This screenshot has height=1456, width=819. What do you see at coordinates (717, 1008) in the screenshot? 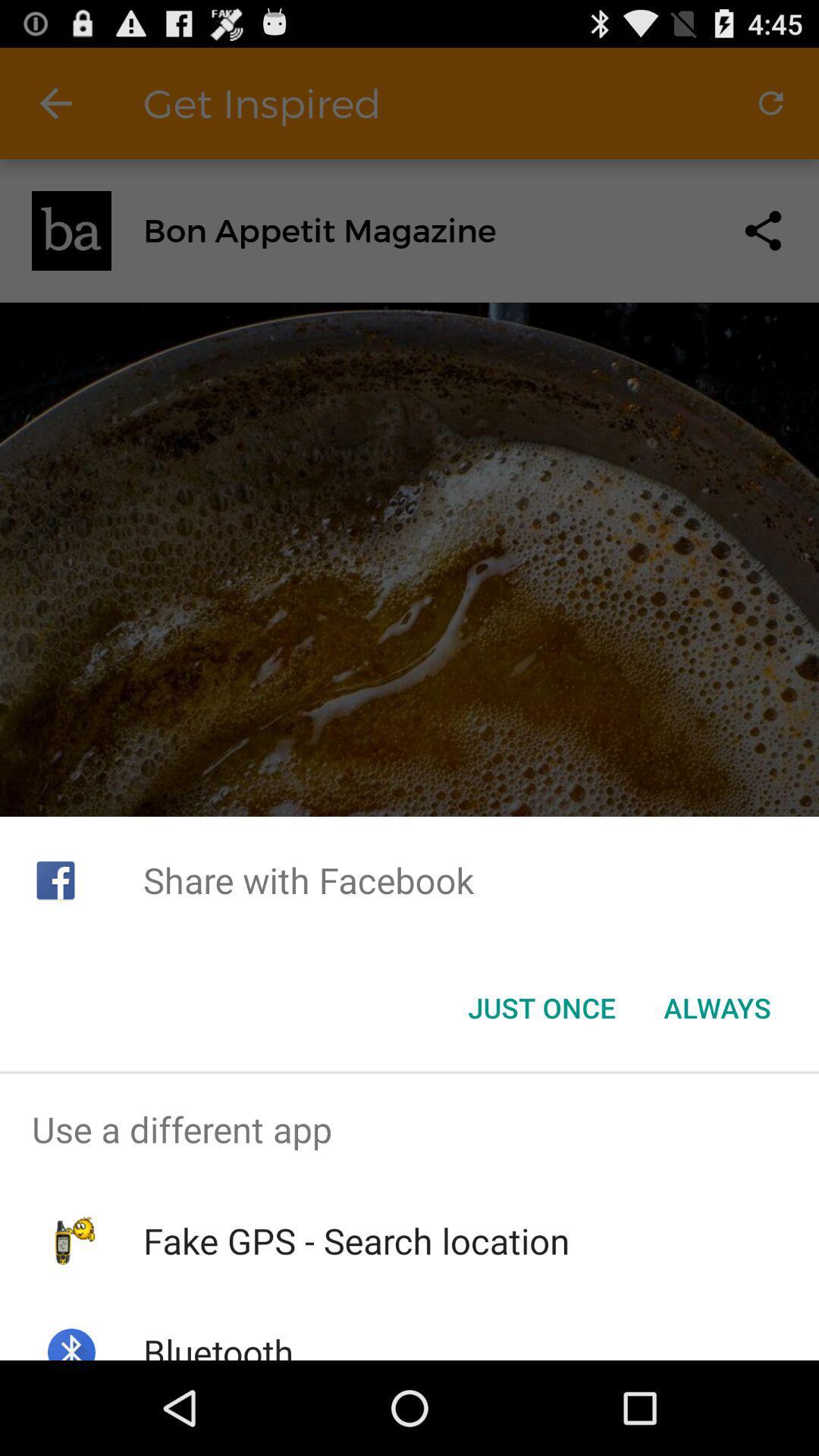
I see `item next to the just once` at bounding box center [717, 1008].